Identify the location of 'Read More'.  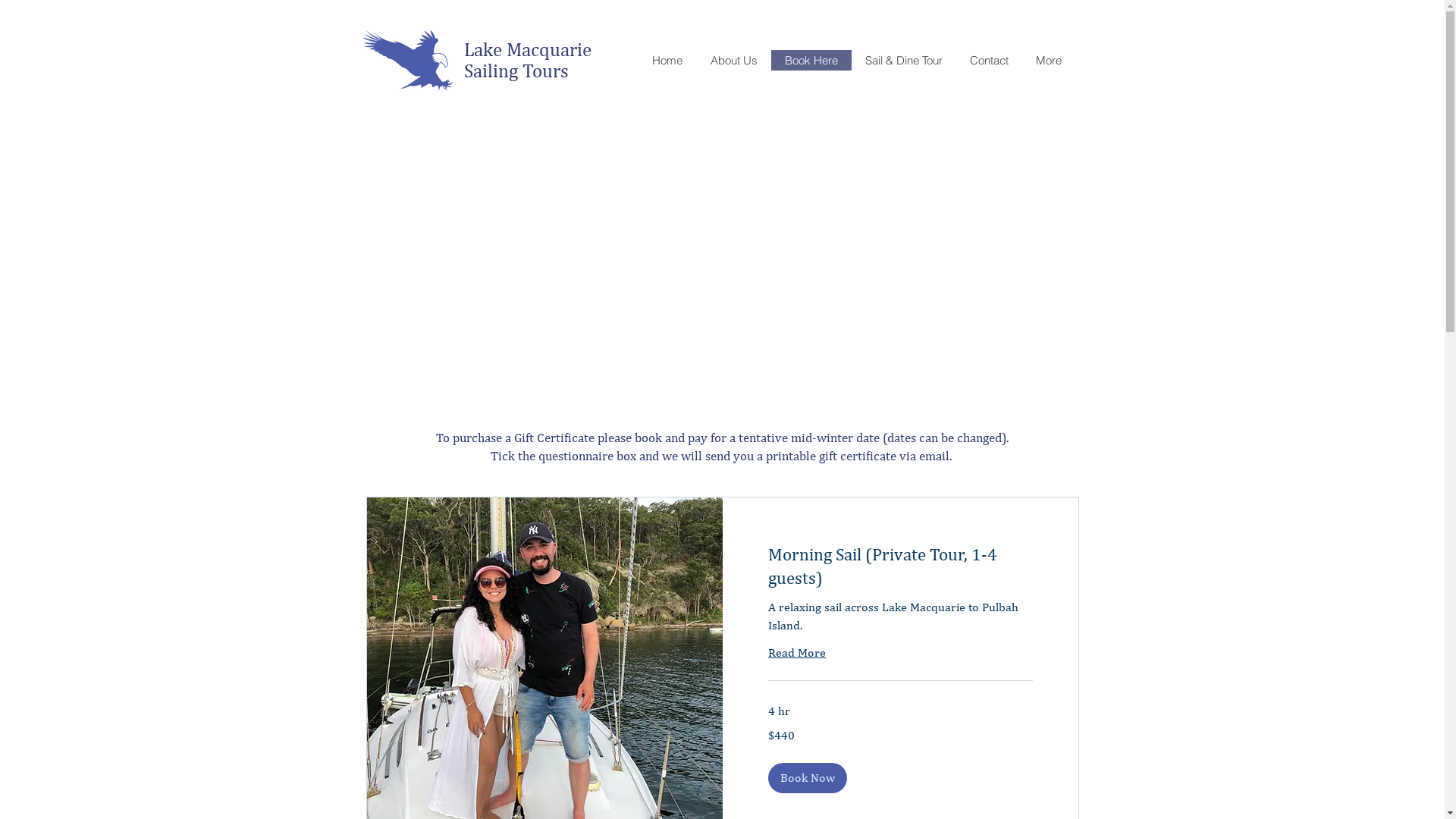
(767, 651).